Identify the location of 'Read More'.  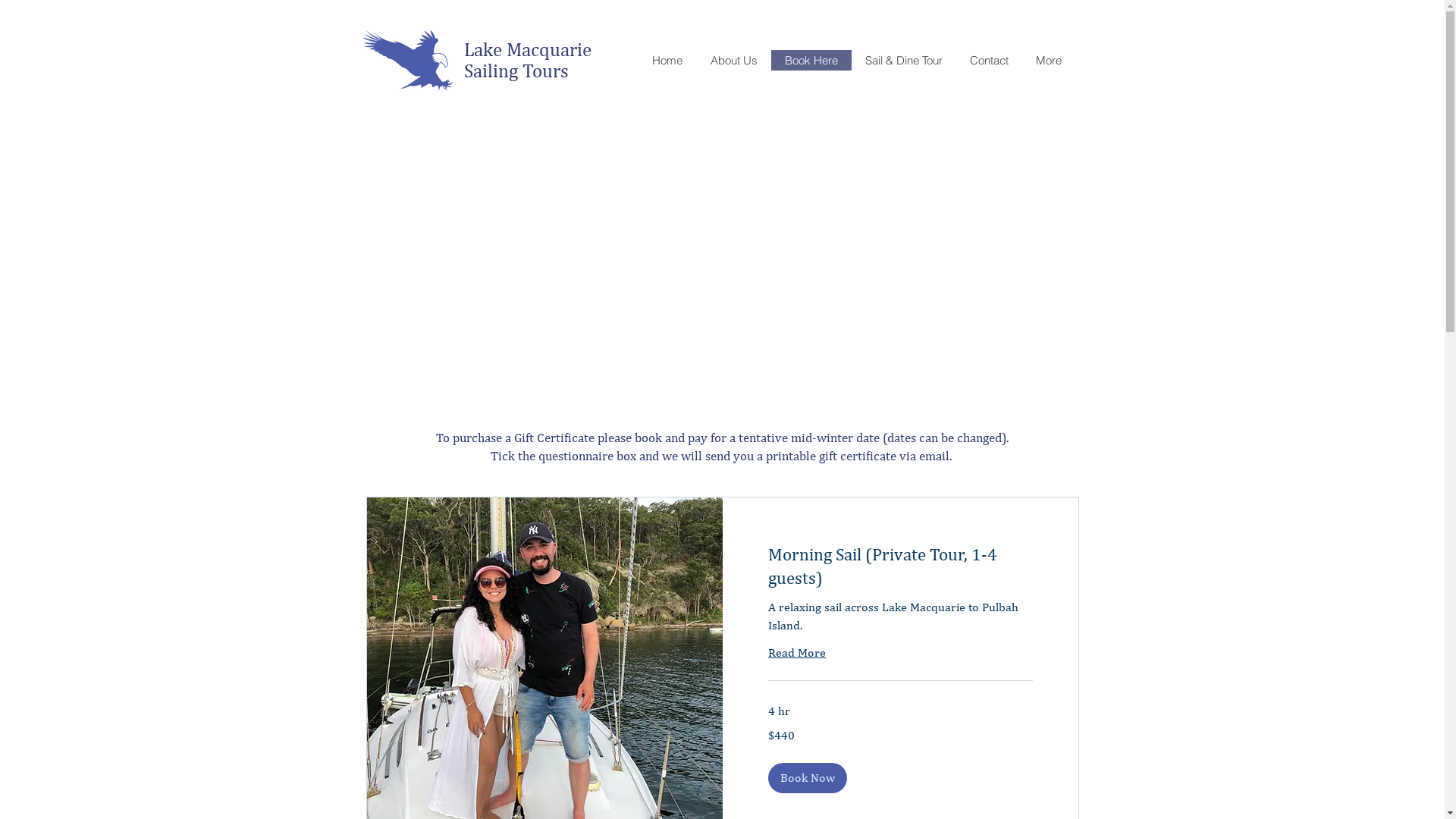
(767, 651).